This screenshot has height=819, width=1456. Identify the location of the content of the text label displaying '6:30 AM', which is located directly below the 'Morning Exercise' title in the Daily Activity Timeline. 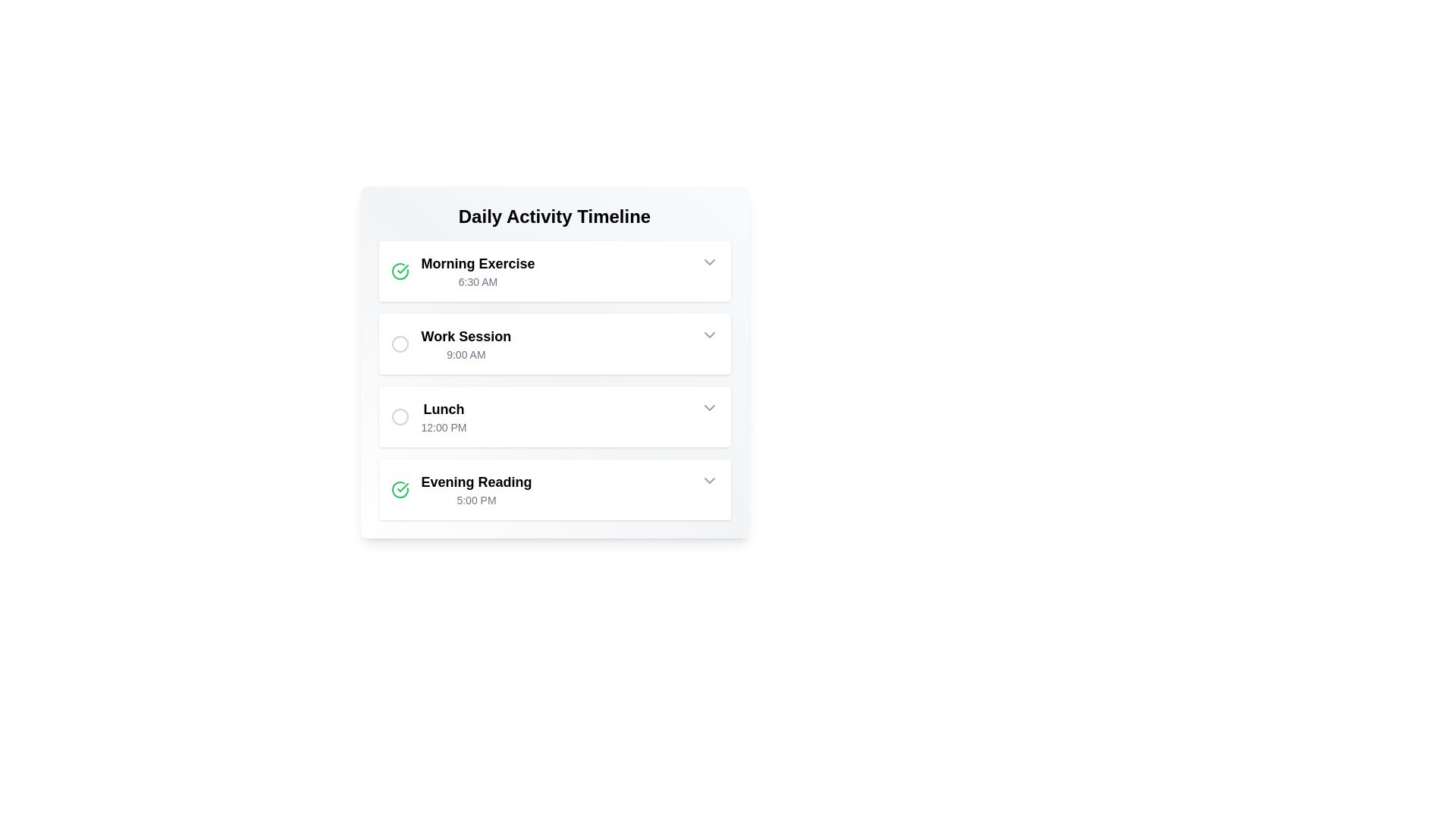
(477, 281).